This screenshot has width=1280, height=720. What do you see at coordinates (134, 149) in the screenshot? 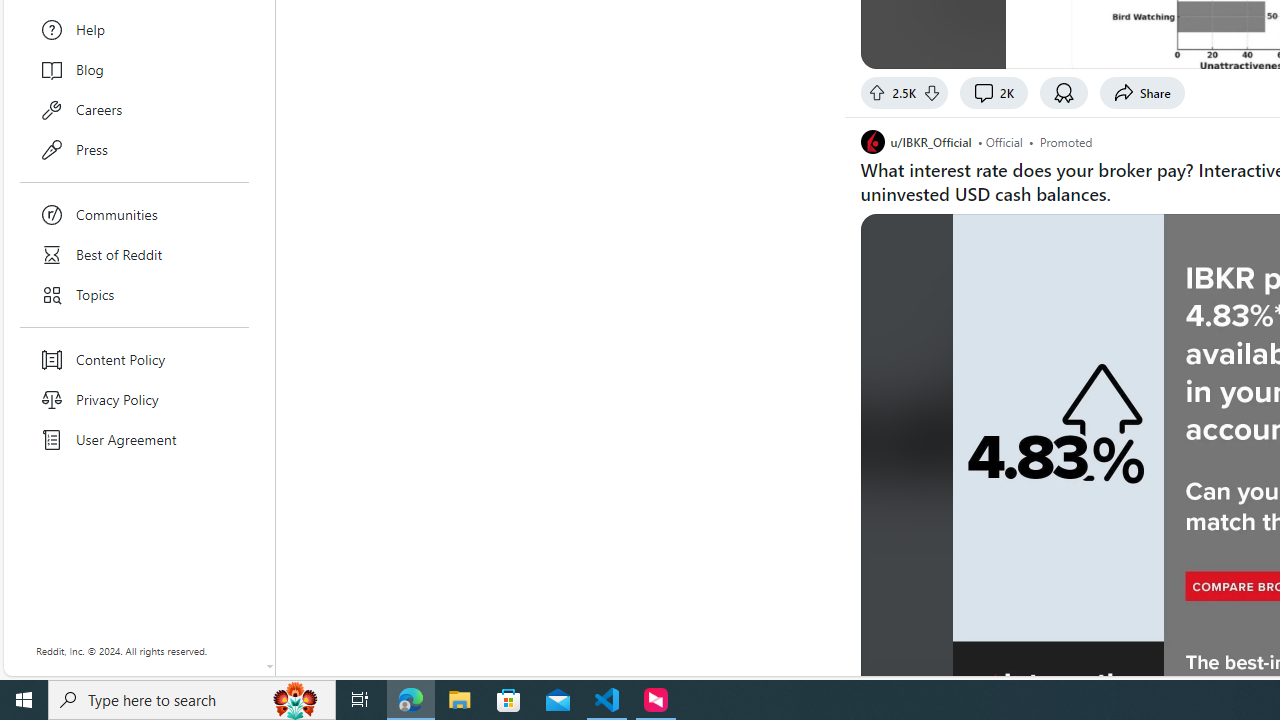
I see `'Press'` at bounding box center [134, 149].